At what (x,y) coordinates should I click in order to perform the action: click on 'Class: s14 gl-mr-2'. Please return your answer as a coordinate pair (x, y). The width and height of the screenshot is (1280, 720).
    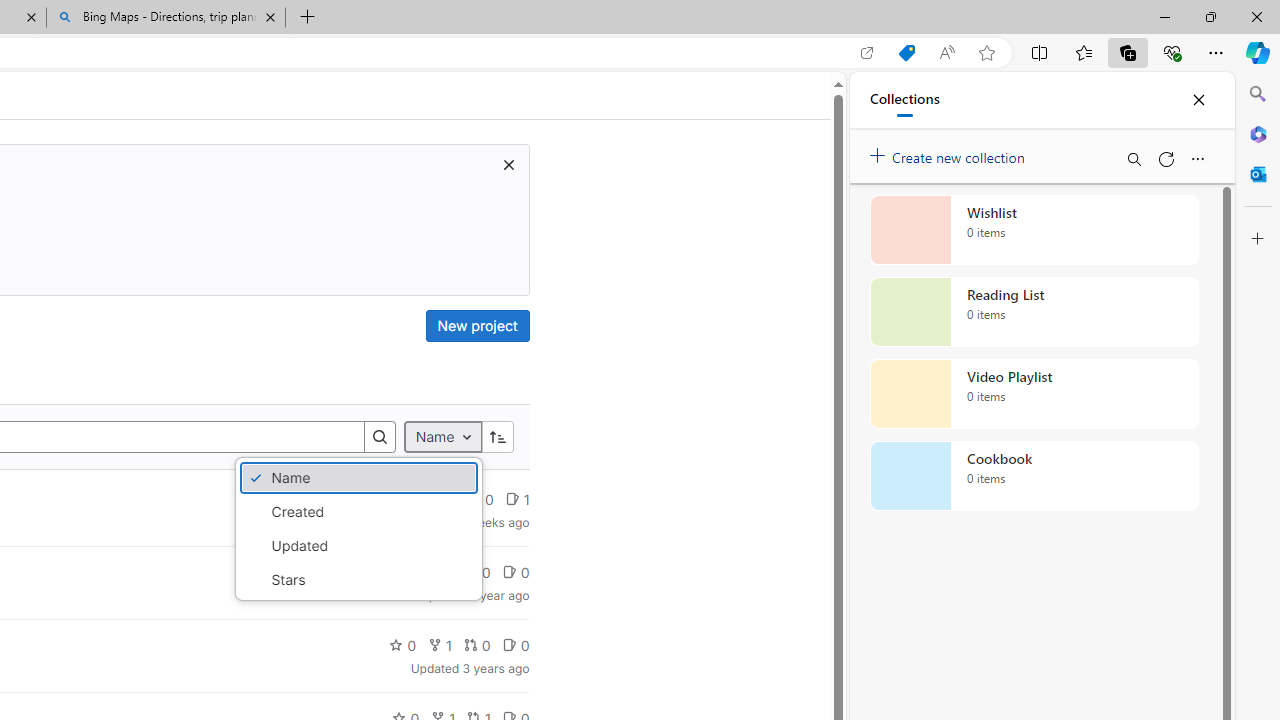
    Looking at the image, I should click on (509, 645).